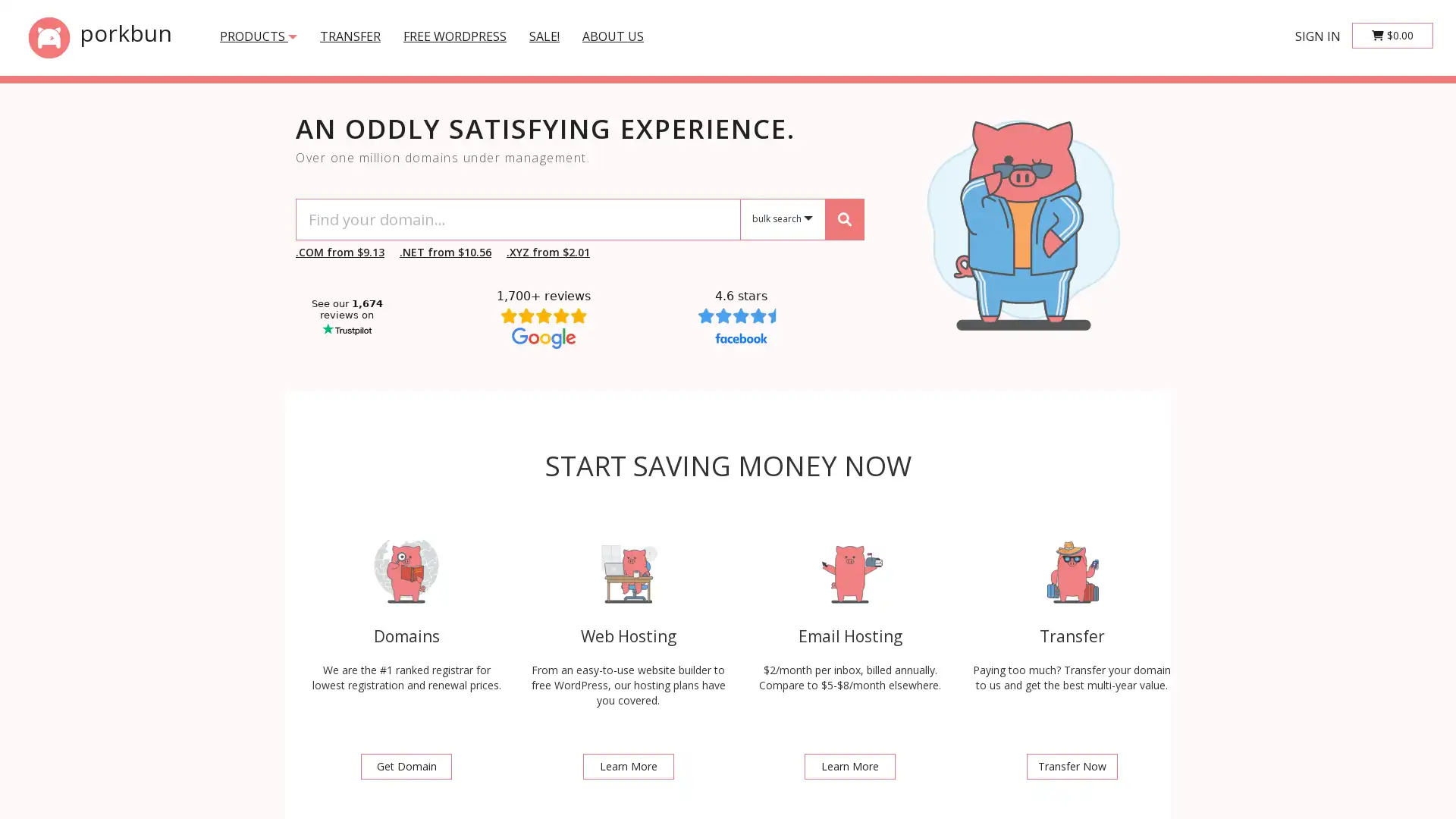 Image resolution: width=1456 pixels, height=819 pixels. Describe the element at coordinates (783, 219) in the screenshot. I see `open bulk search` at that location.